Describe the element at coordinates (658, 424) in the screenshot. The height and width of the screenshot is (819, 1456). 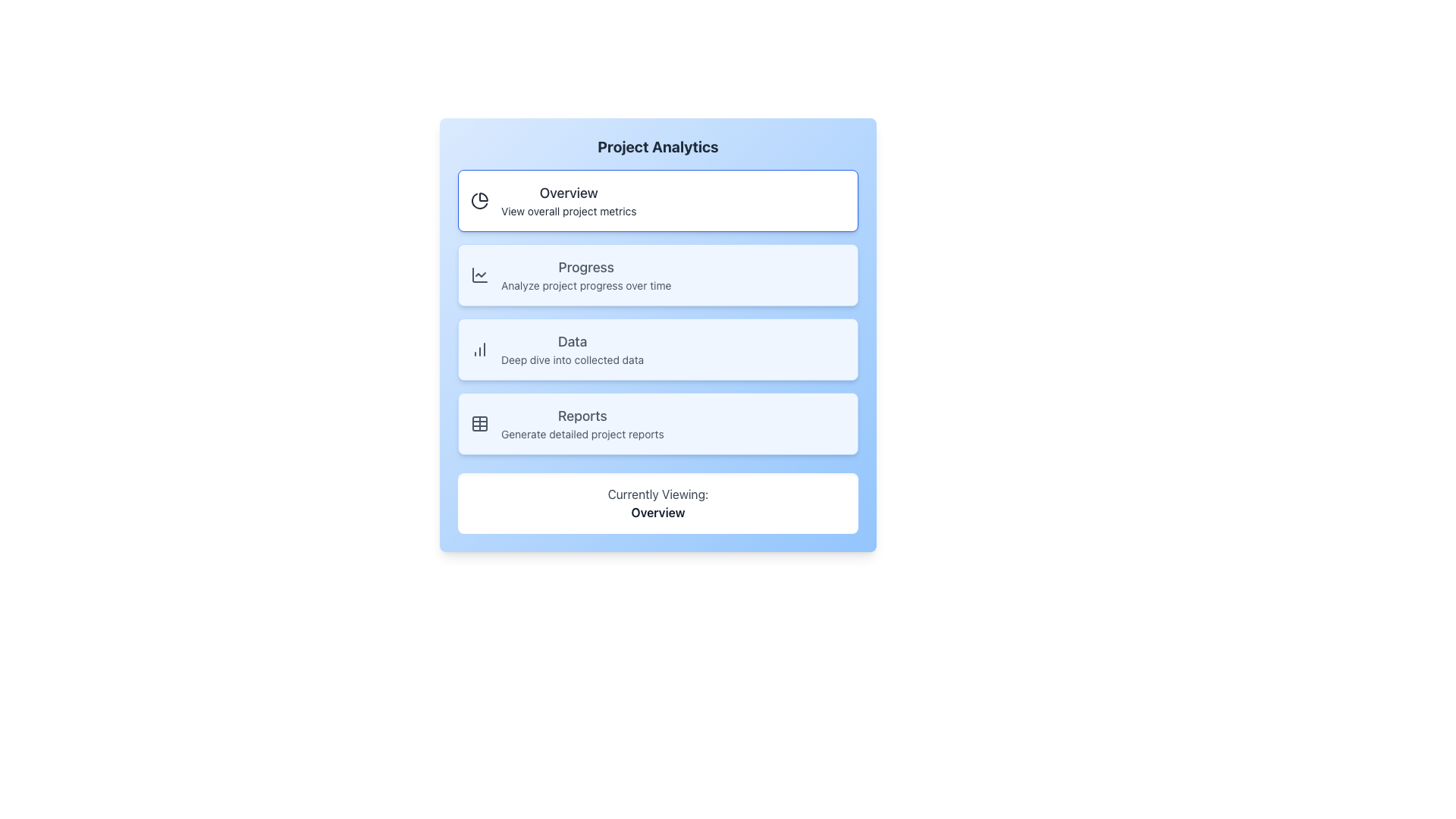
I see `the 'Reports' button` at that location.